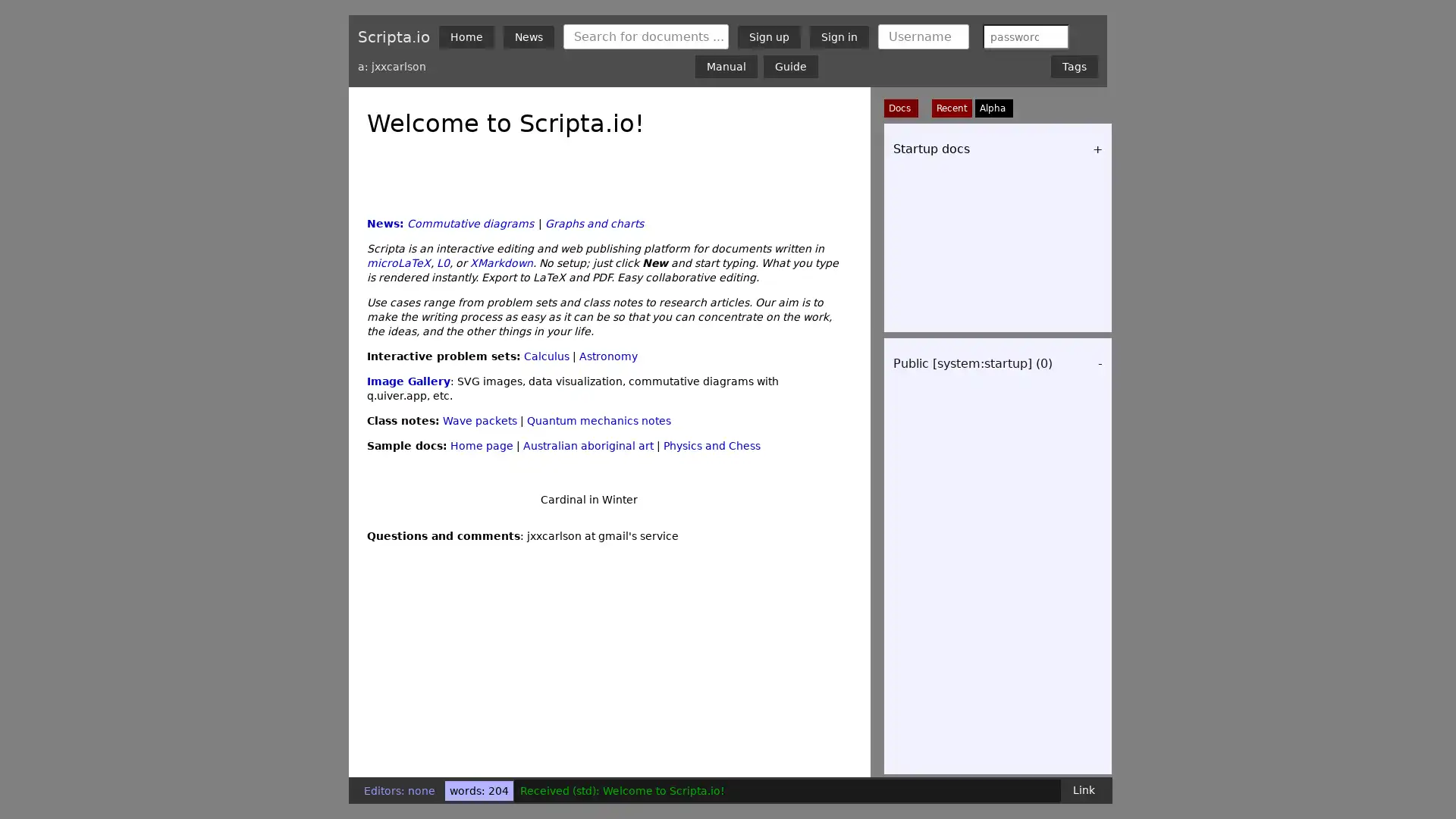 This screenshot has width=1456, height=819. Describe the element at coordinates (993, 107) in the screenshot. I see `Alpha` at that location.